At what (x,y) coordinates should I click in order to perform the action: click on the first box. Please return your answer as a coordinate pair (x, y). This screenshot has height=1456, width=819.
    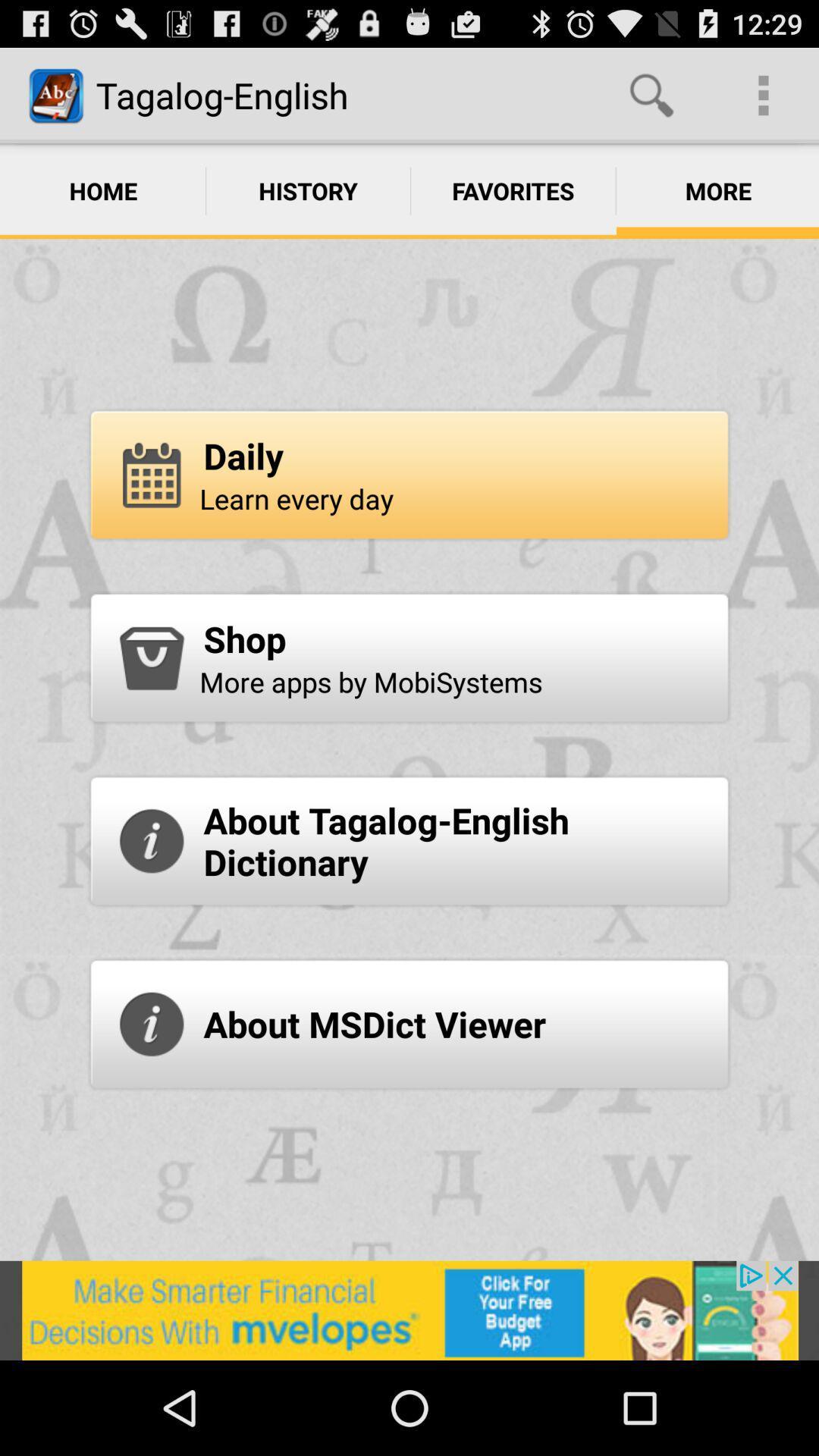
    Looking at the image, I should click on (409, 474).